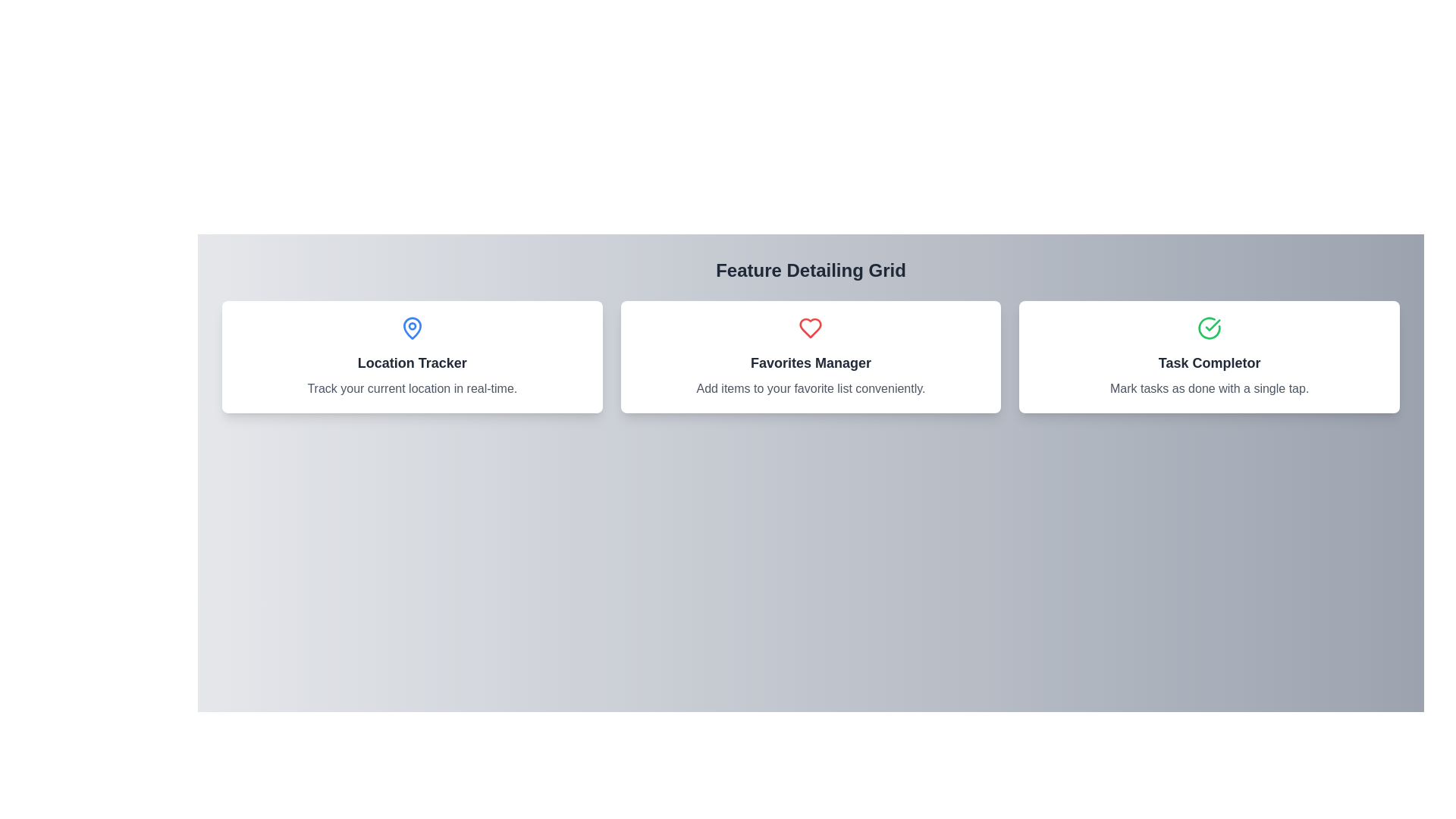 The image size is (1456, 819). What do you see at coordinates (1209, 327) in the screenshot?
I see `the completion icon located at the center of the 'Task Completor' card, which visually indicates the successful operation of the task` at bounding box center [1209, 327].